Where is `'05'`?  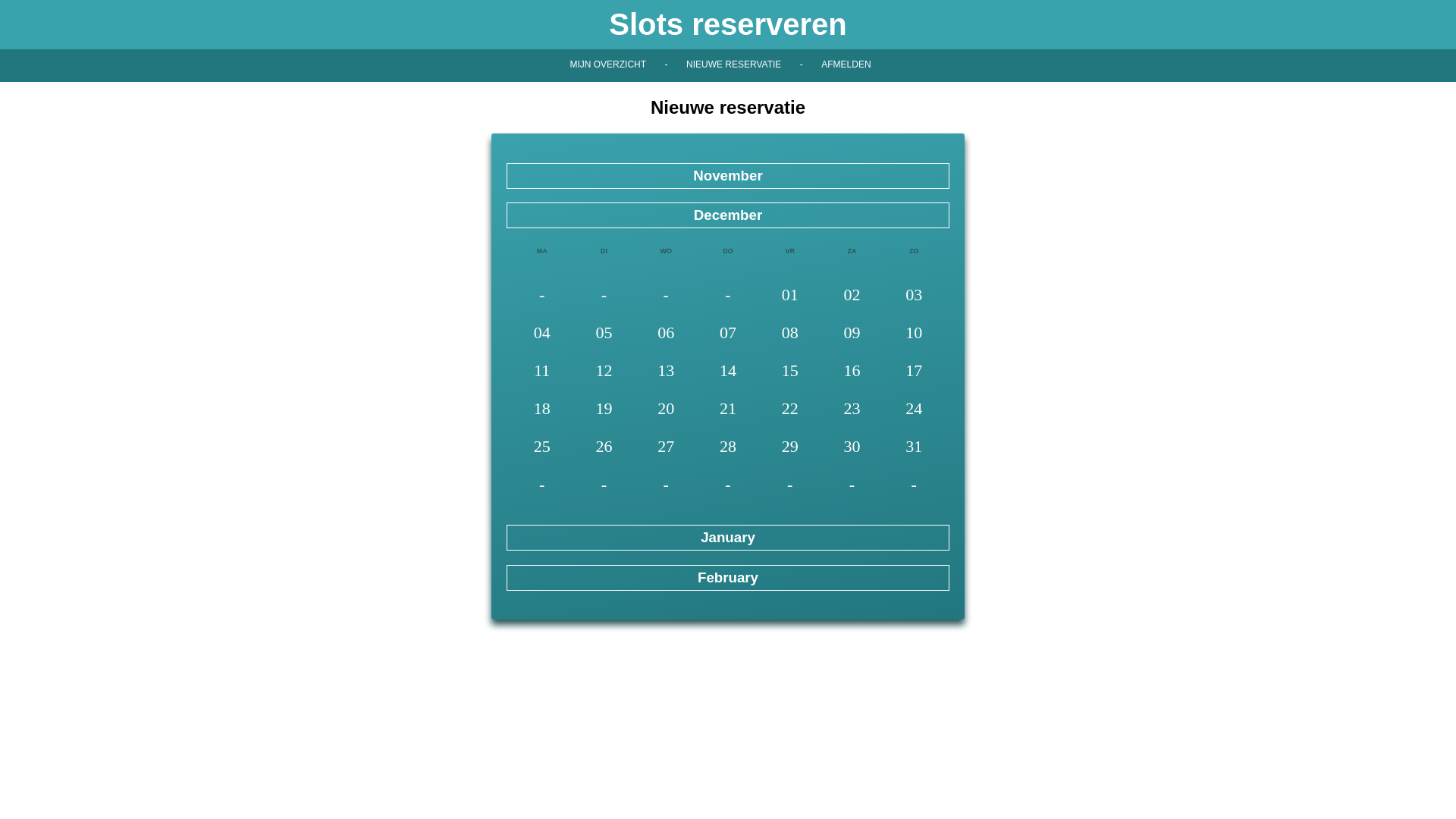 '05' is located at coordinates (603, 333).